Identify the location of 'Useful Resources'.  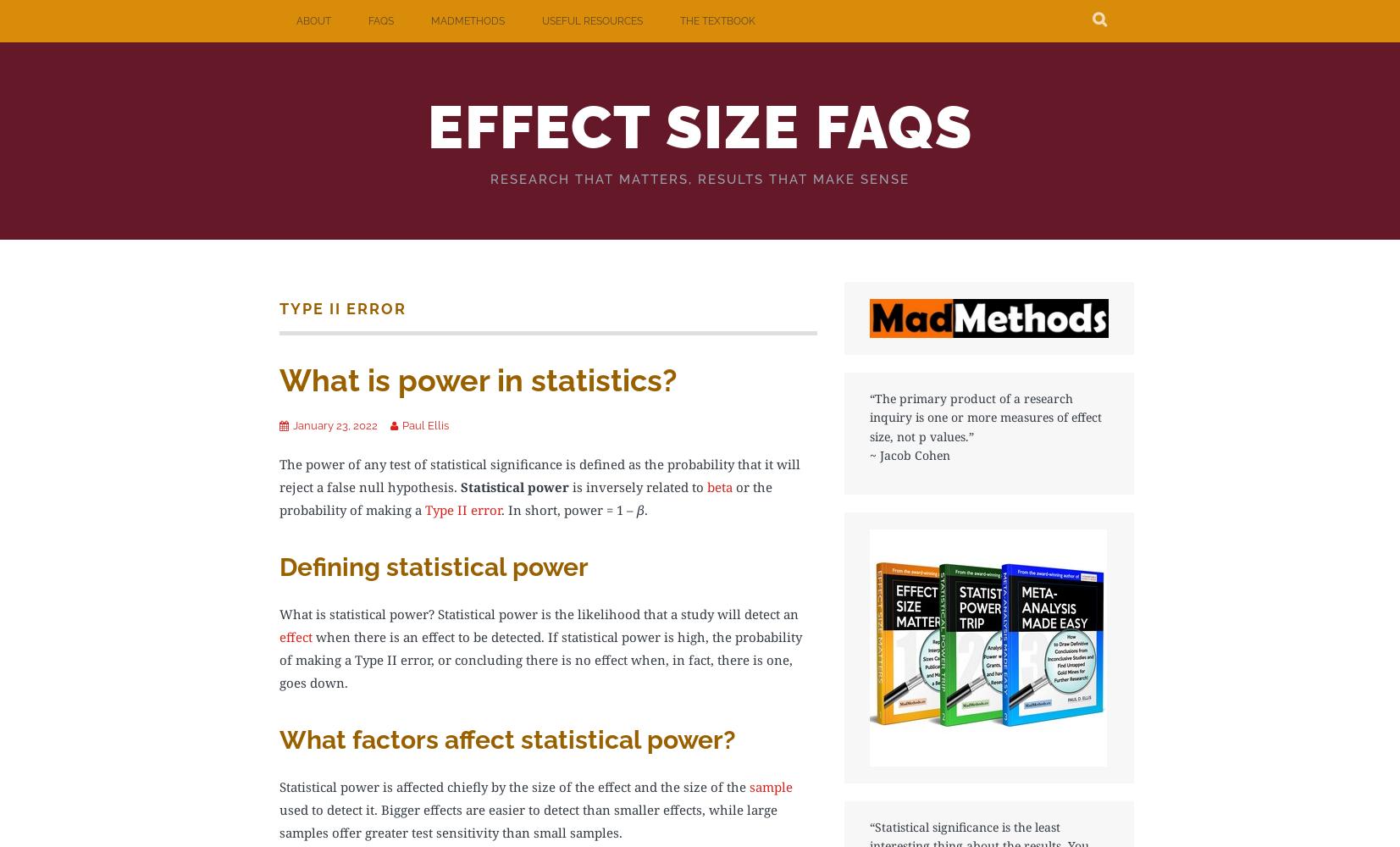
(540, 21).